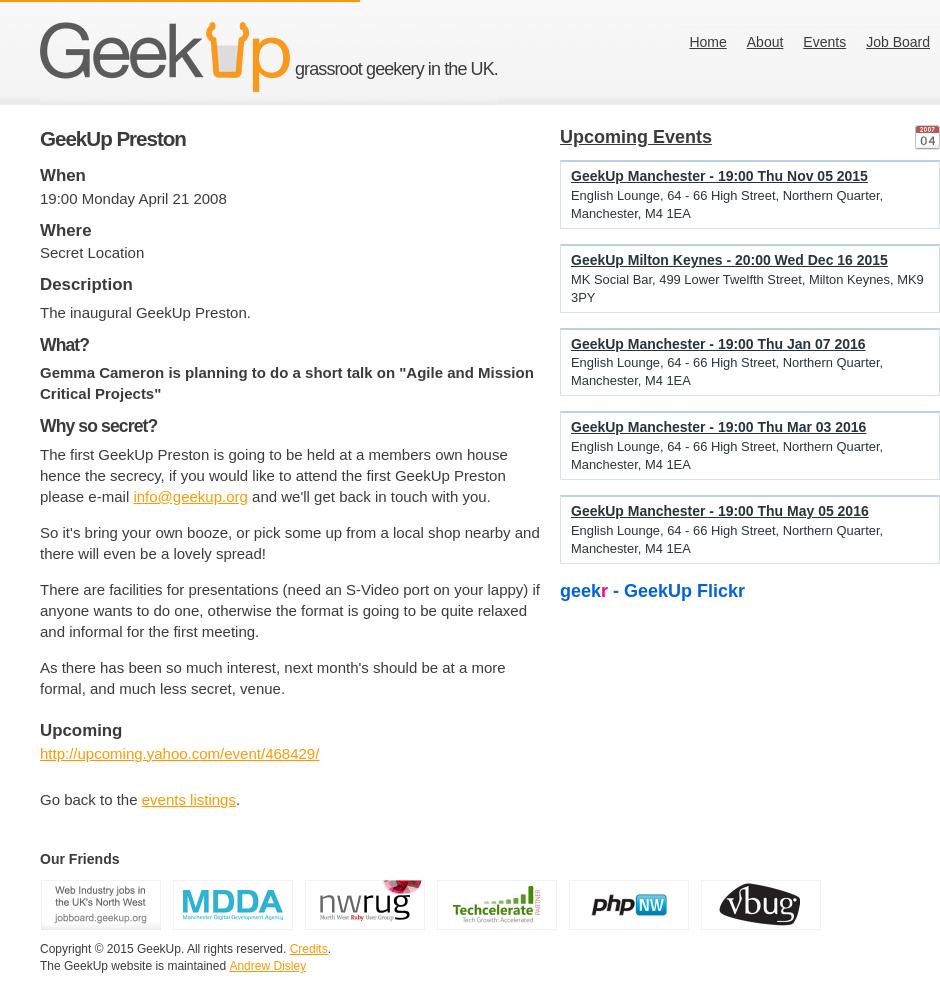 The width and height of the screenshot is (940, 1000). What do you see at coordinates (188, 798) in the screenshot?
I see `'events listings'` at bounding box center [188, 798].